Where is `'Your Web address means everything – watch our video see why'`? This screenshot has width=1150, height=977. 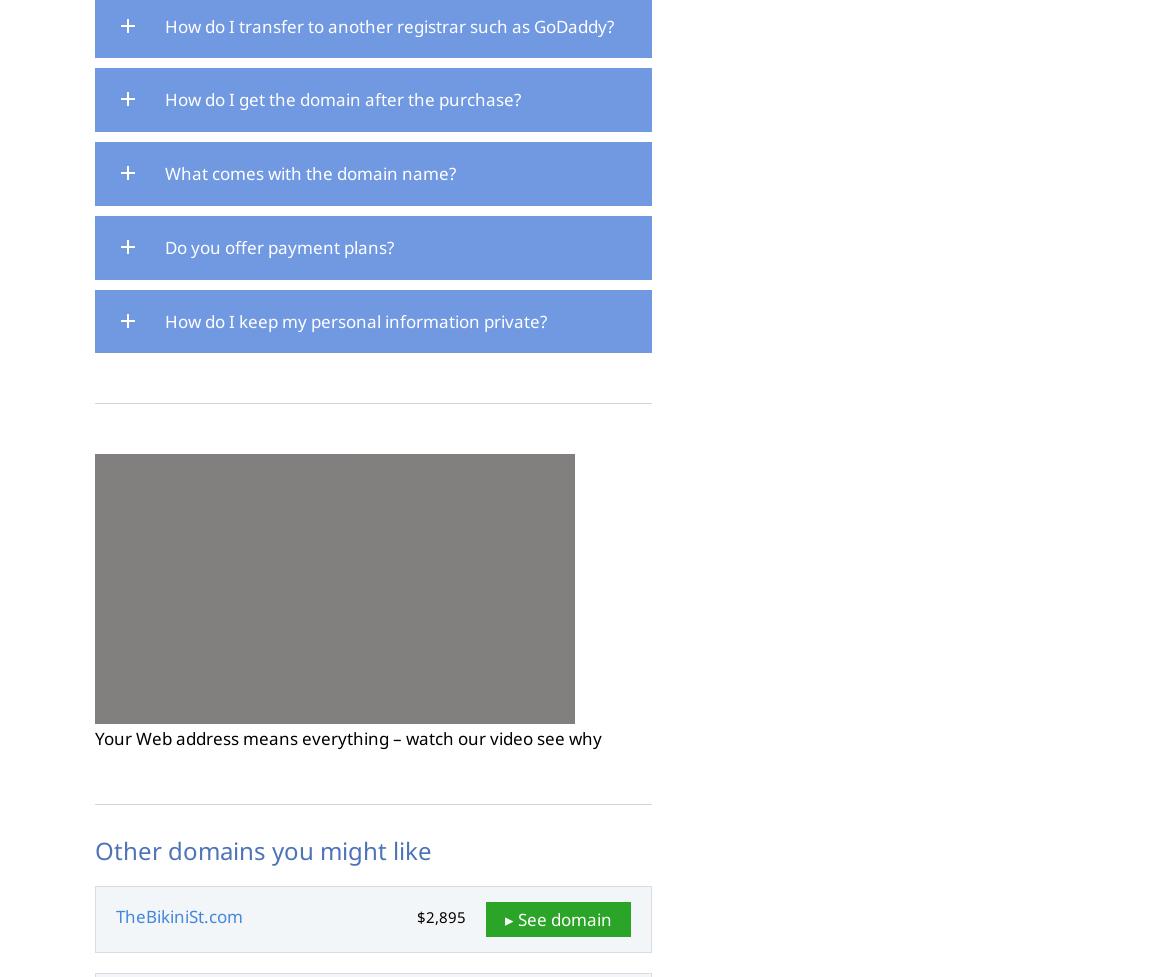
'Your Web address means everything – watch our video see why' is located at coordinates (348, 738).